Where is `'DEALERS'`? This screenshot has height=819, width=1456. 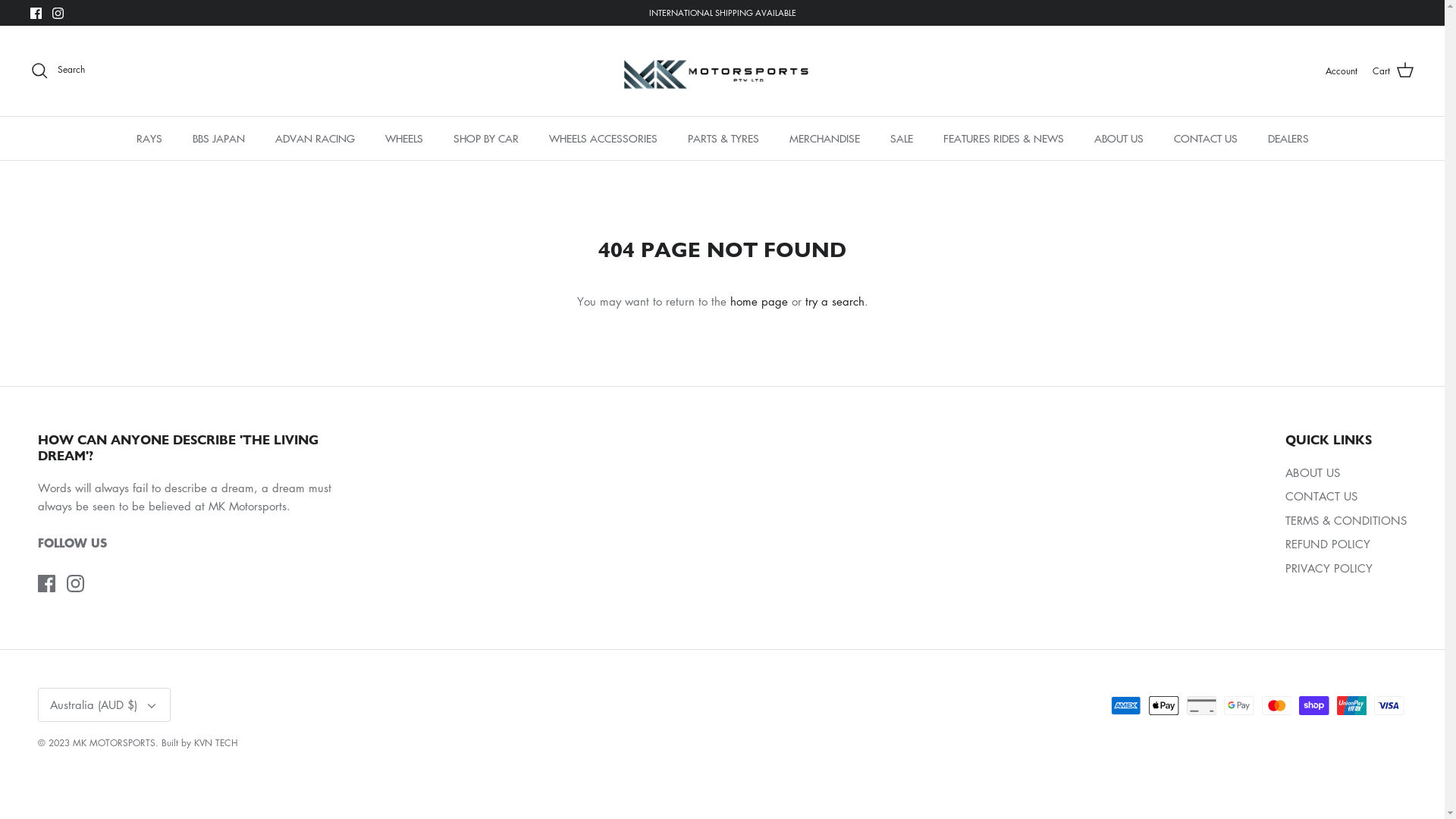 'DEALERS' is located at coordinates (1288, 138).